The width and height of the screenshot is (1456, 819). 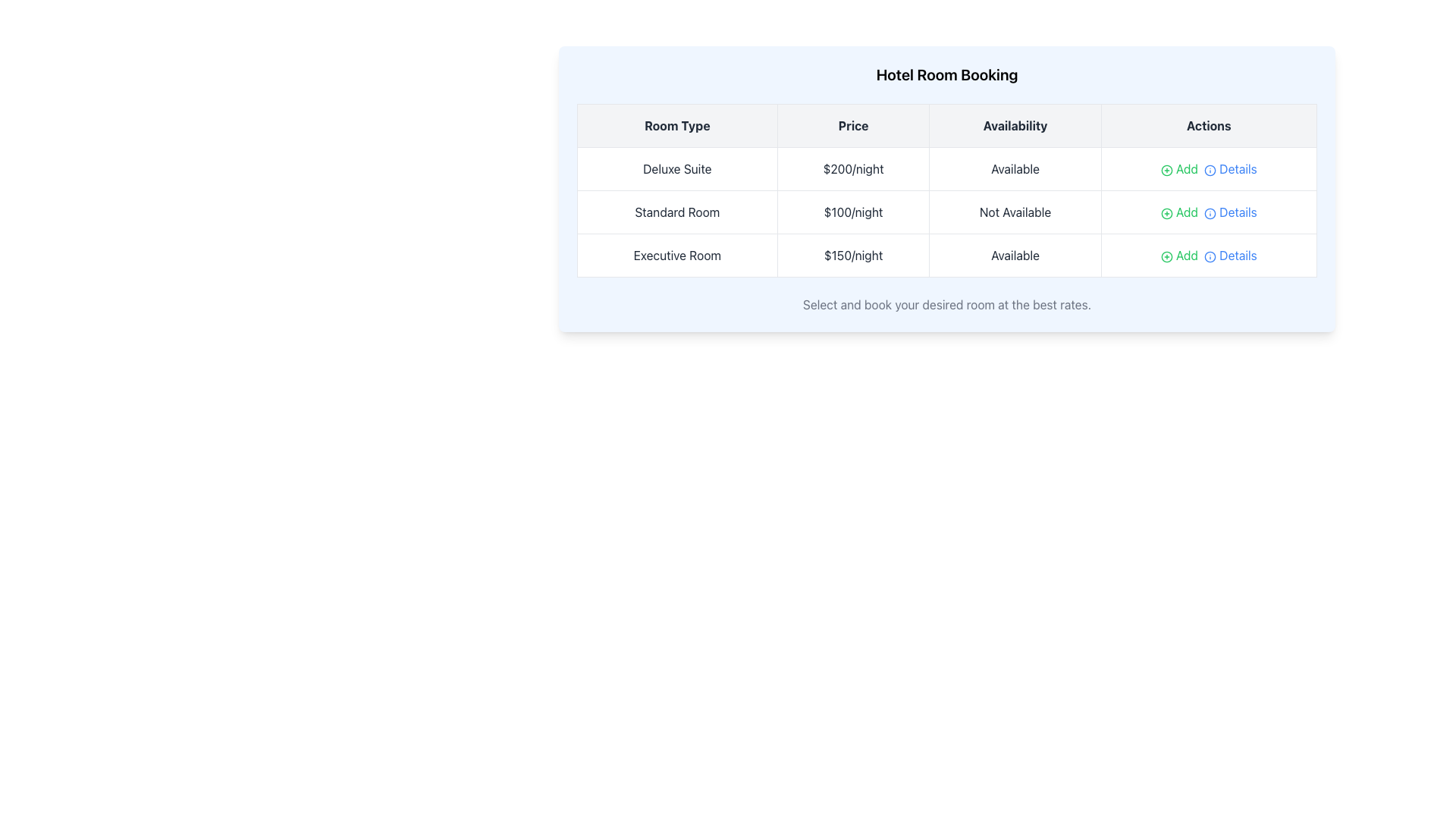 What do you see at coordinates (1166, 170) in the screenshot?
I see `the 'Add' button icon in the 'Actions' column of the table for the 'Deluxe Suite'` at bounding box center [1166, 170].